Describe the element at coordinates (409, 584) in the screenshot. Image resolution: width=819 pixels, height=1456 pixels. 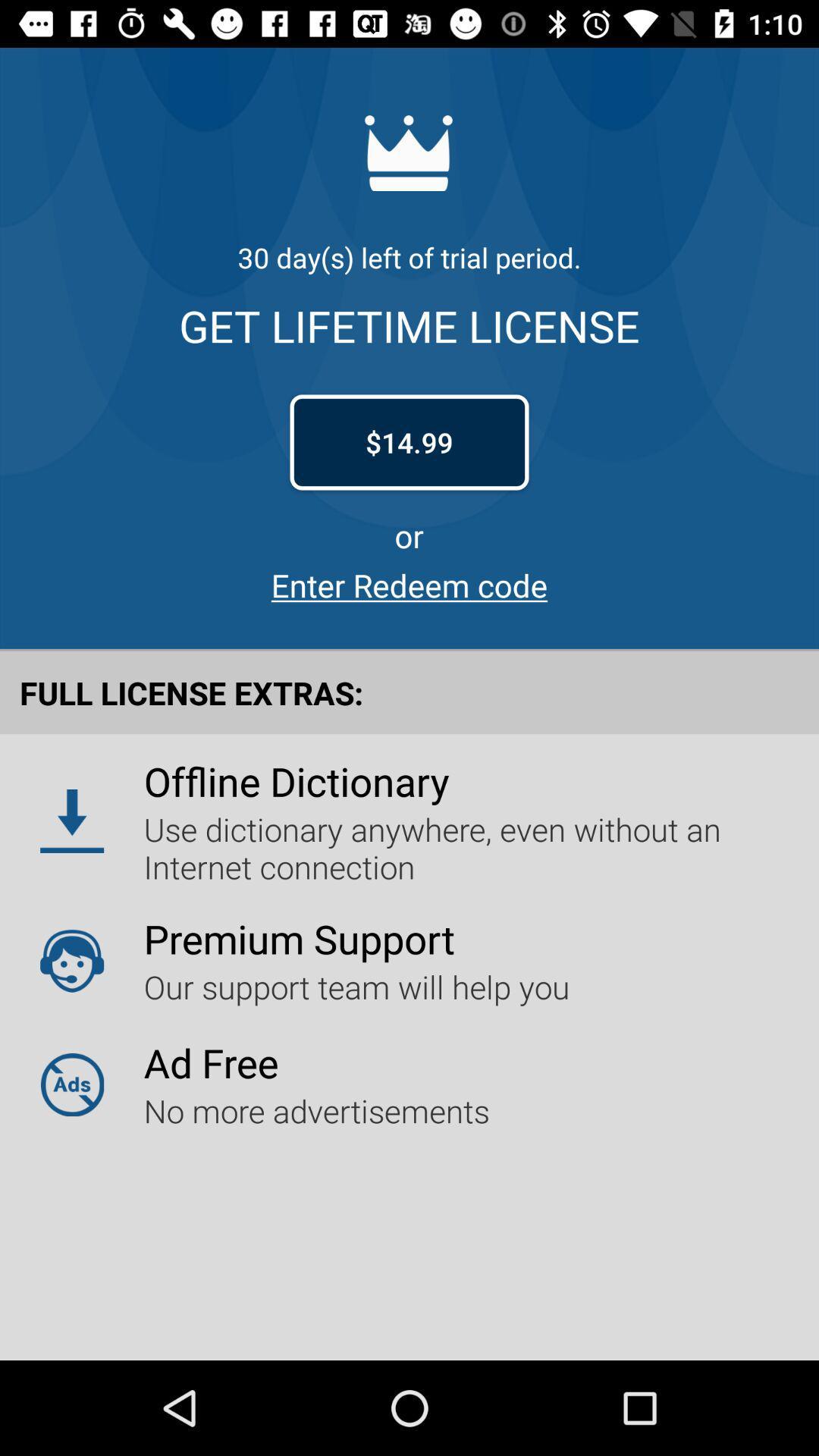
I see `app below the or` at that location.